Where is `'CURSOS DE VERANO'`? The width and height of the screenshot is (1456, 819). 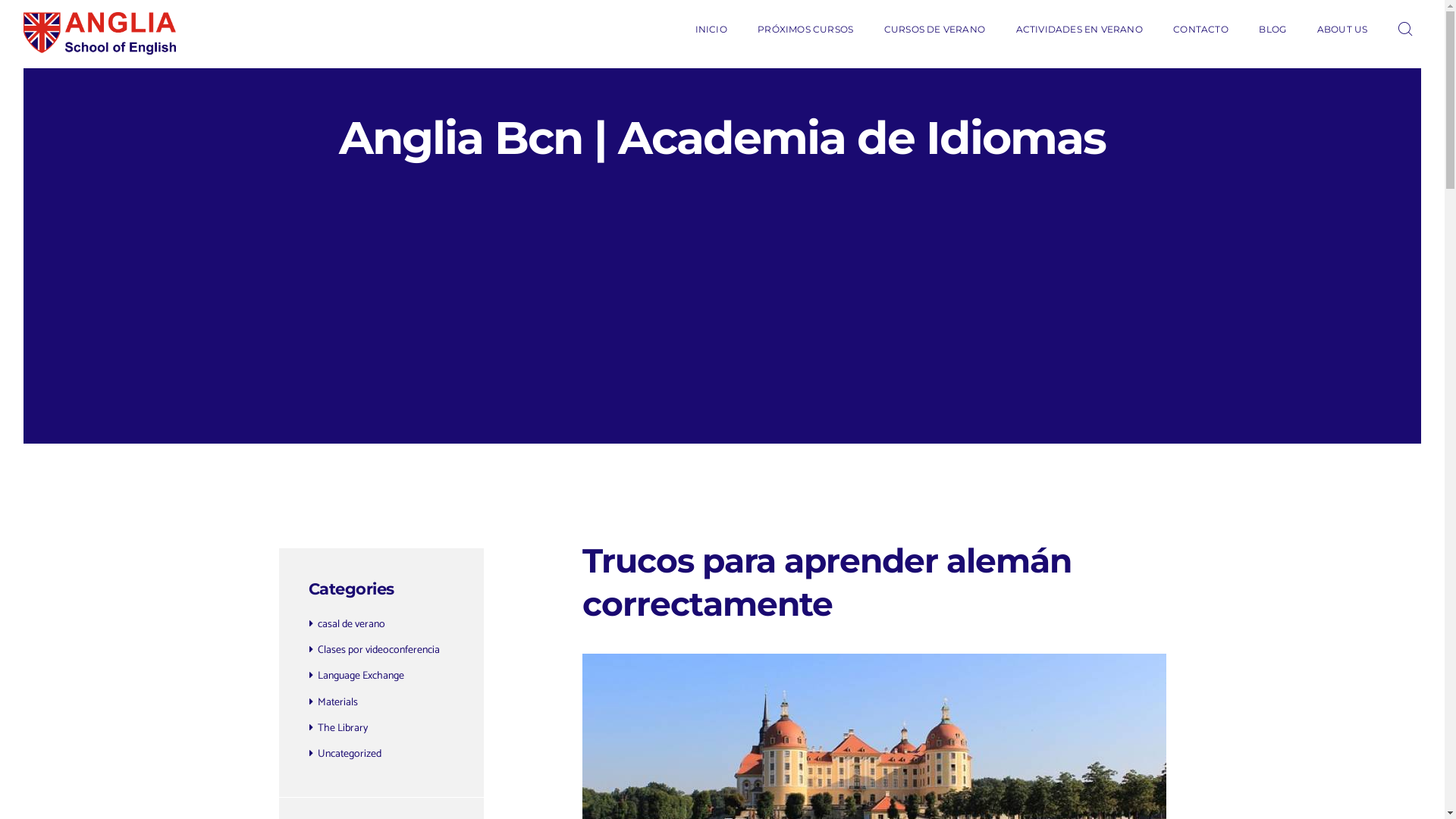 'CURSOS DE VERANO' is located at coordinates (934, 29).